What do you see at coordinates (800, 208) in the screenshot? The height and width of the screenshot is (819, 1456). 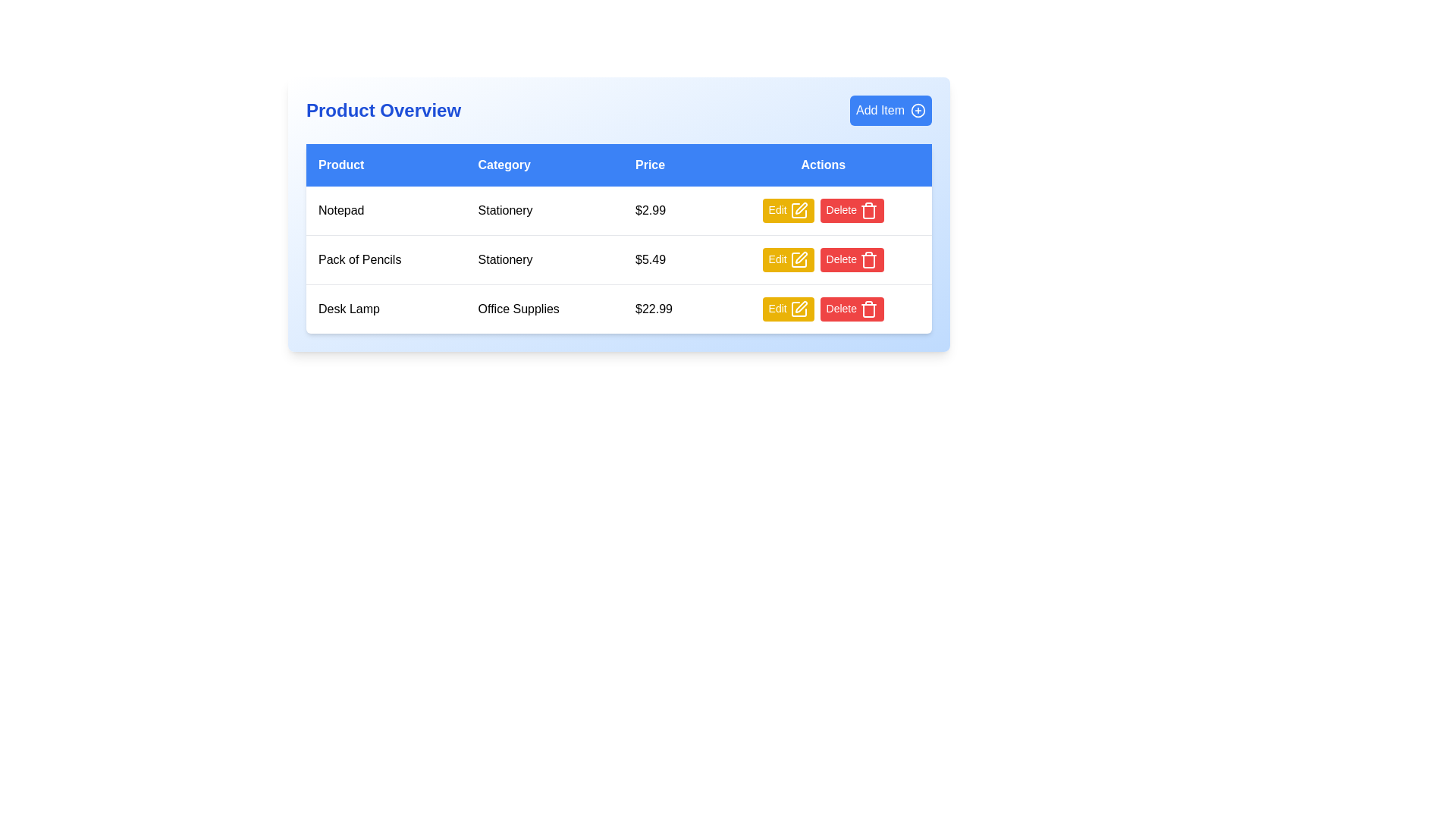 I see `the pencil-shaped icon within the 'Edit' button in the 'Actions' column` at bounding box center [800, 208].